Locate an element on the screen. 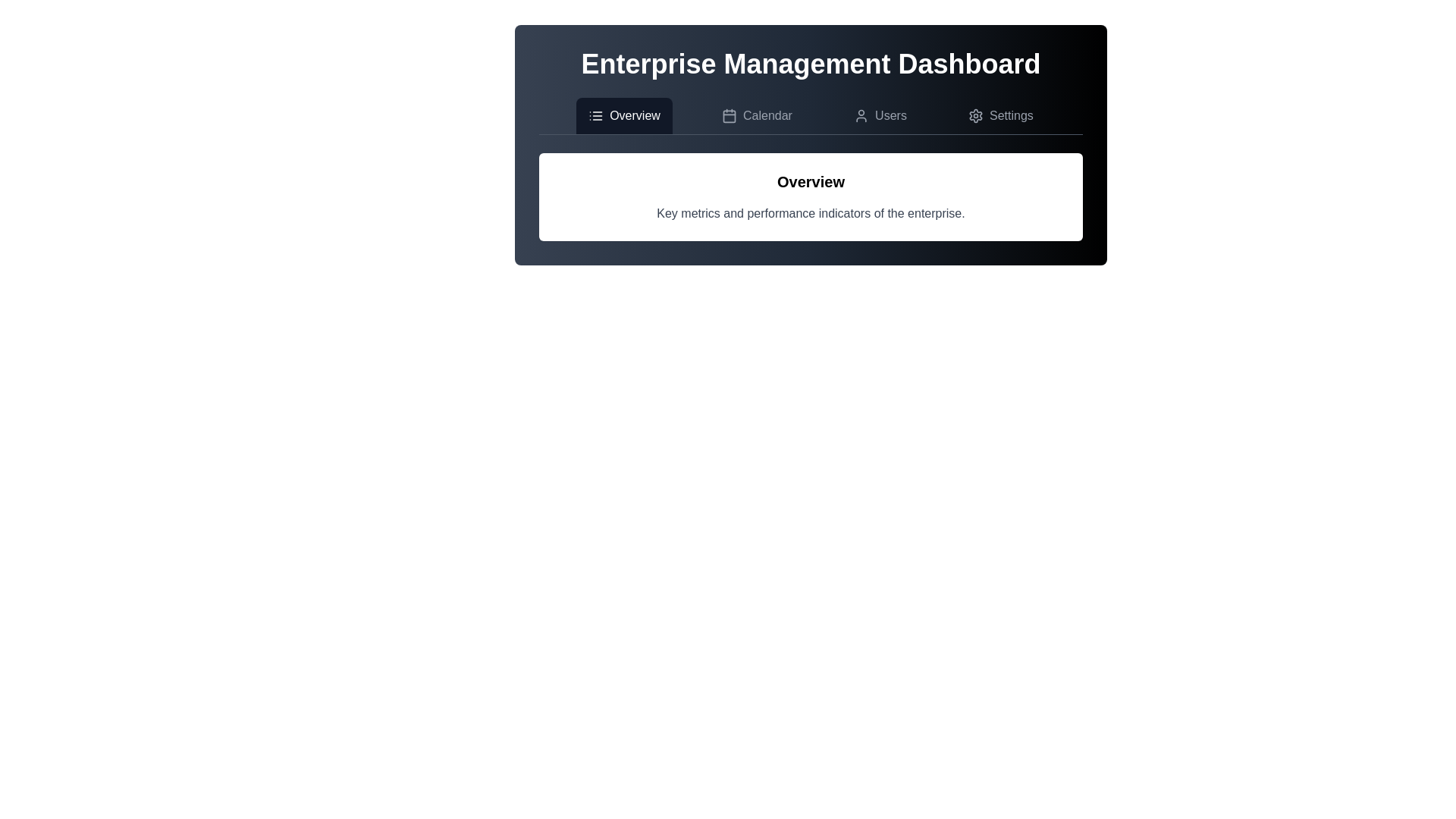 The width and height of the screenshot is (1456, 819). the 'Overview' button, which is the first item in the horizontal navigation menu is located at coordinates (624, 115).